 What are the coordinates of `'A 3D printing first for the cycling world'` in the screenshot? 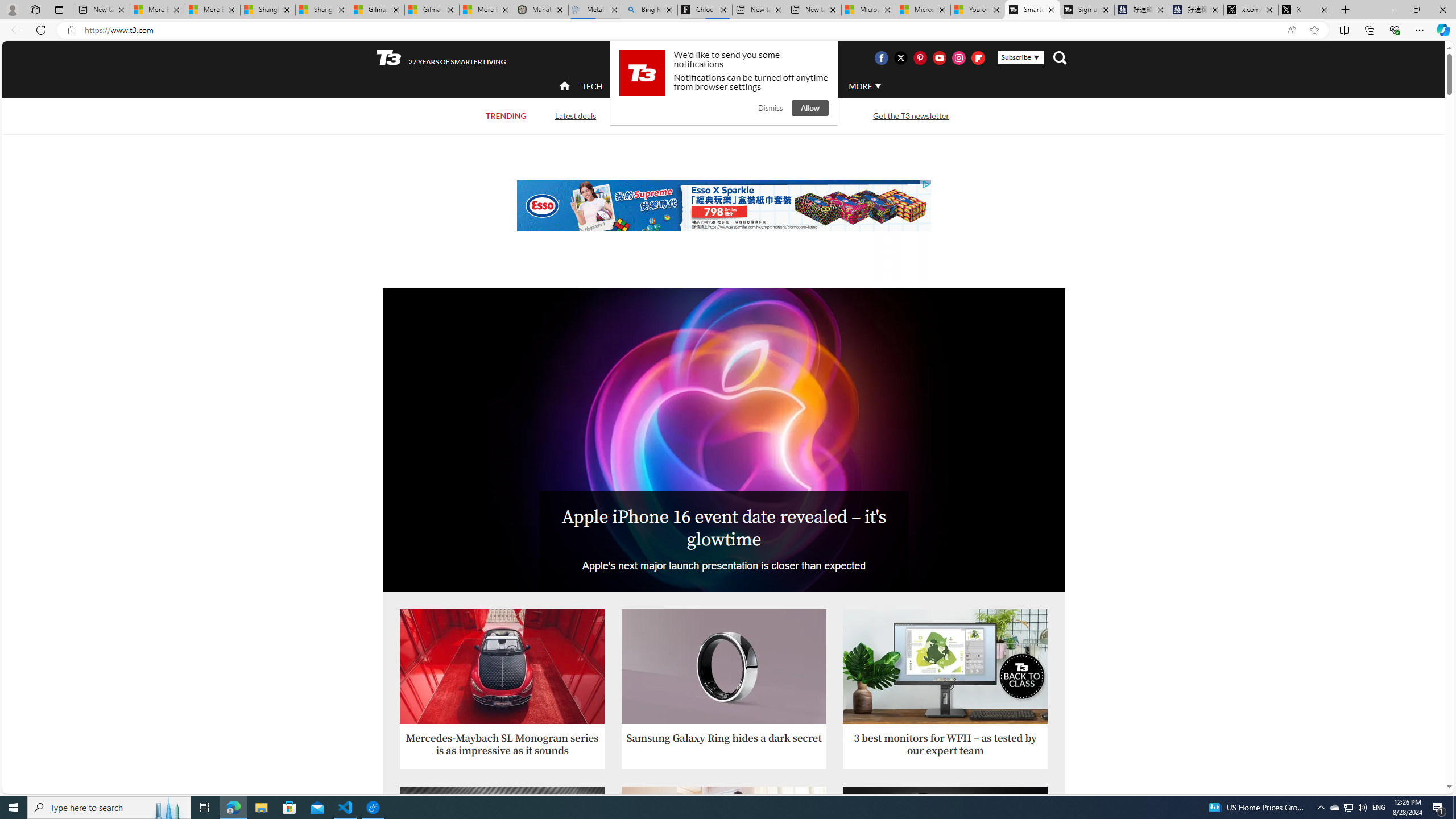 It's located at (945, 819).